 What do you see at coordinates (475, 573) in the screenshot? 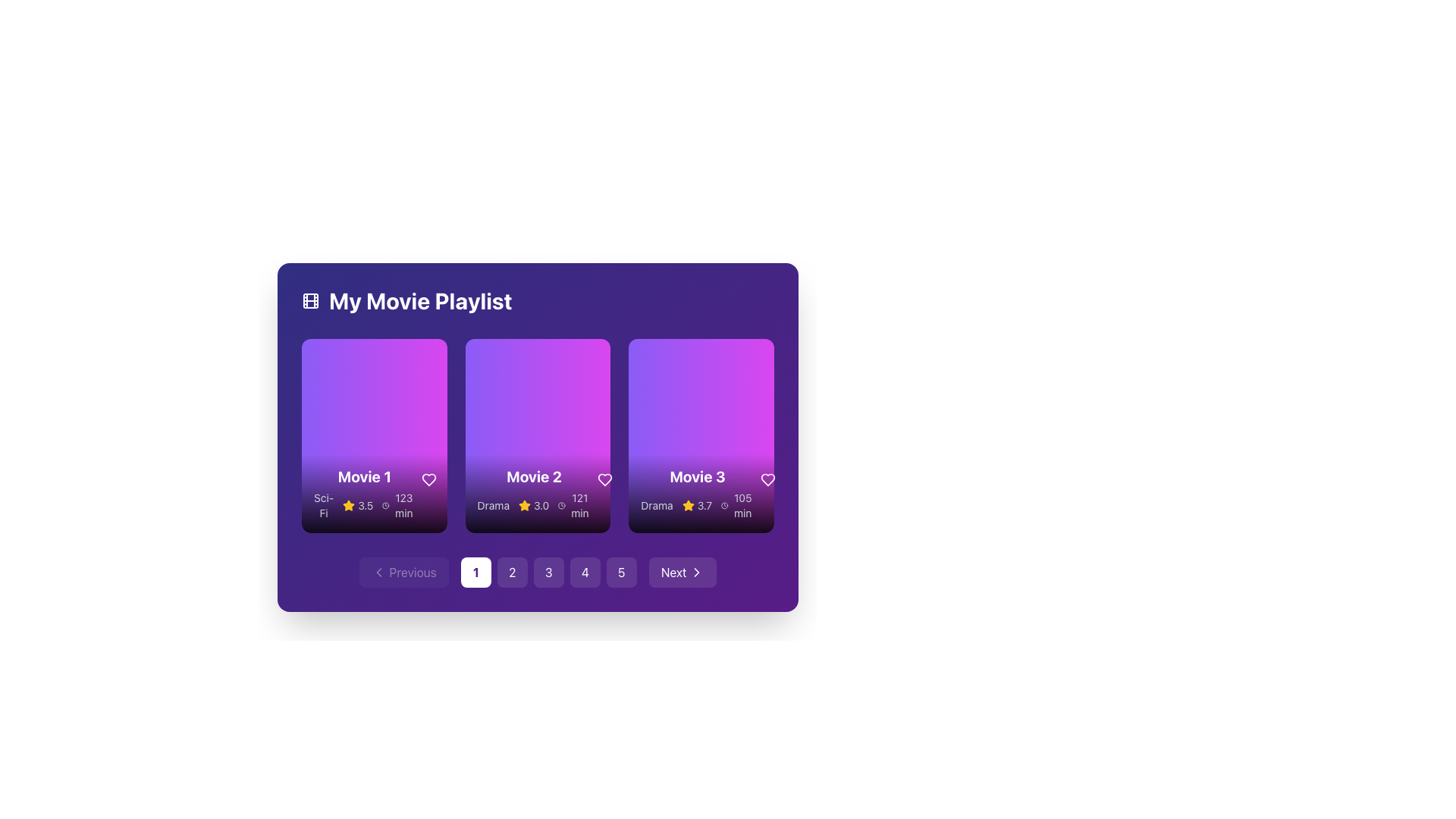
I see `the square button with rounded corners displaying the number '1'` at bounding box center [475, 573].